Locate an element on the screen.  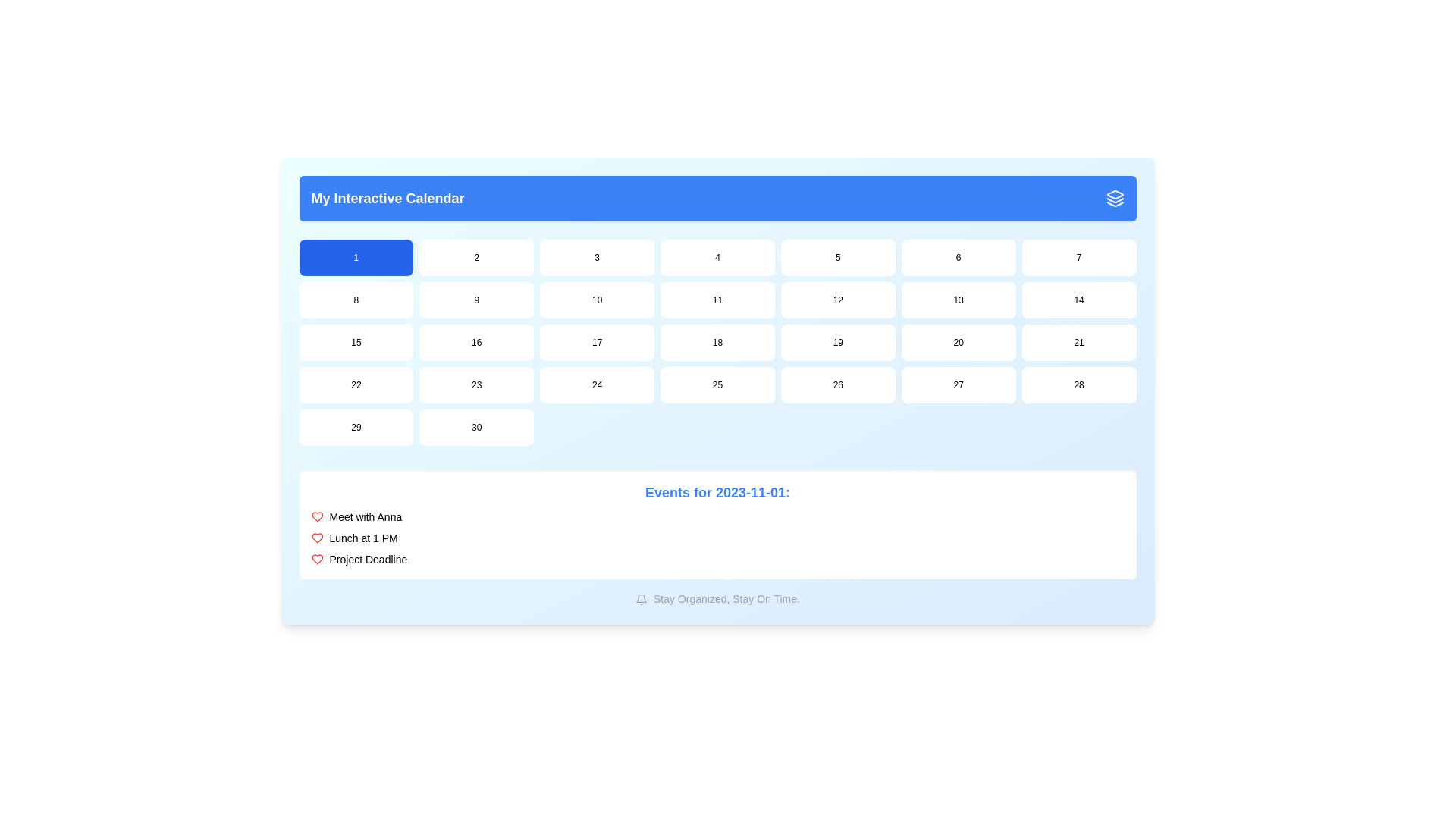
the interactive calendar date selector button labeled '11' located in the 4th column of the 2nd row of the grid layout is located at coordinates (717, 300).